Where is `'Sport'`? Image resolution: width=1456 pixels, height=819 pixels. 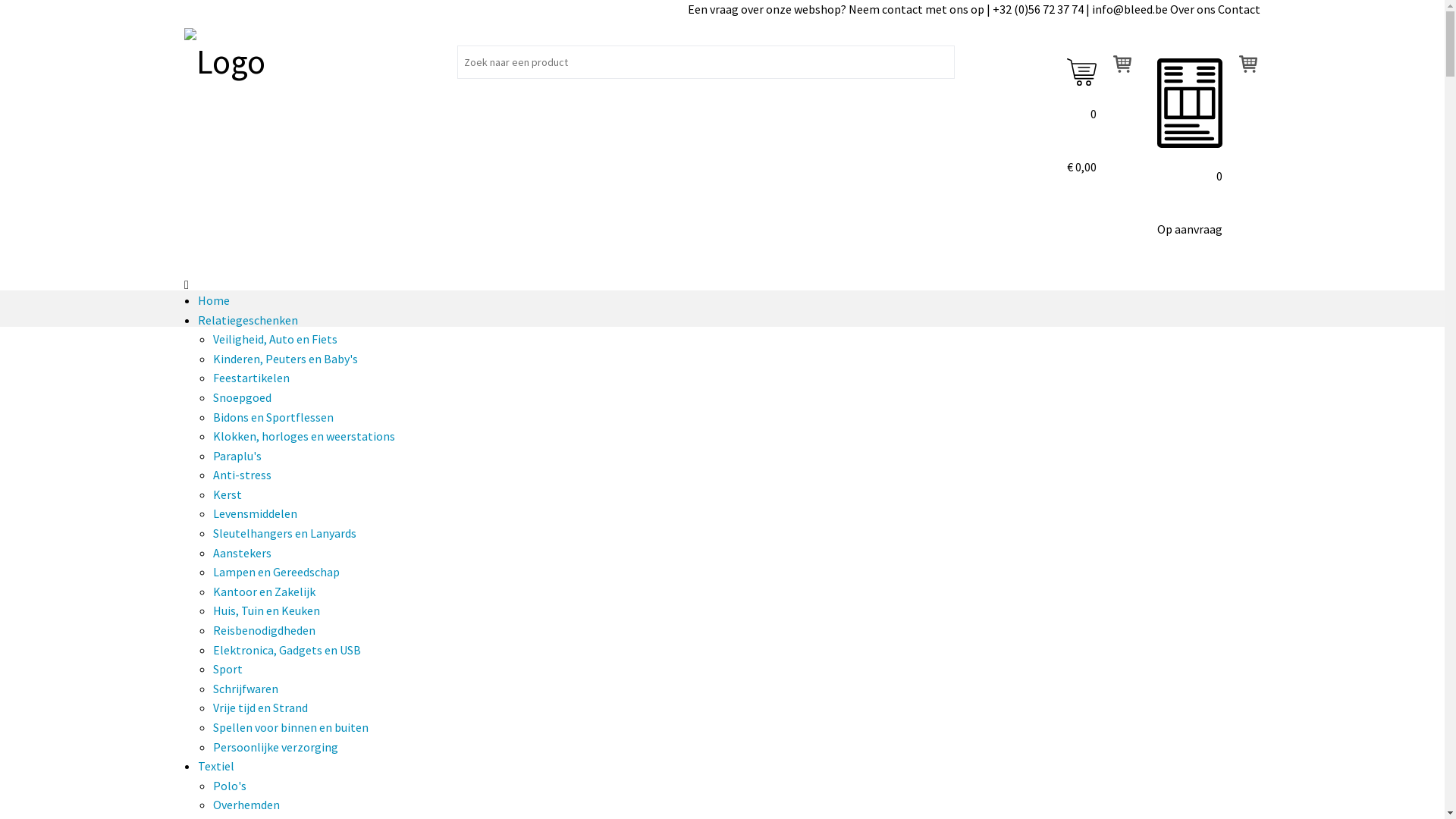
'Sport' is located at coordinates (227, 668).